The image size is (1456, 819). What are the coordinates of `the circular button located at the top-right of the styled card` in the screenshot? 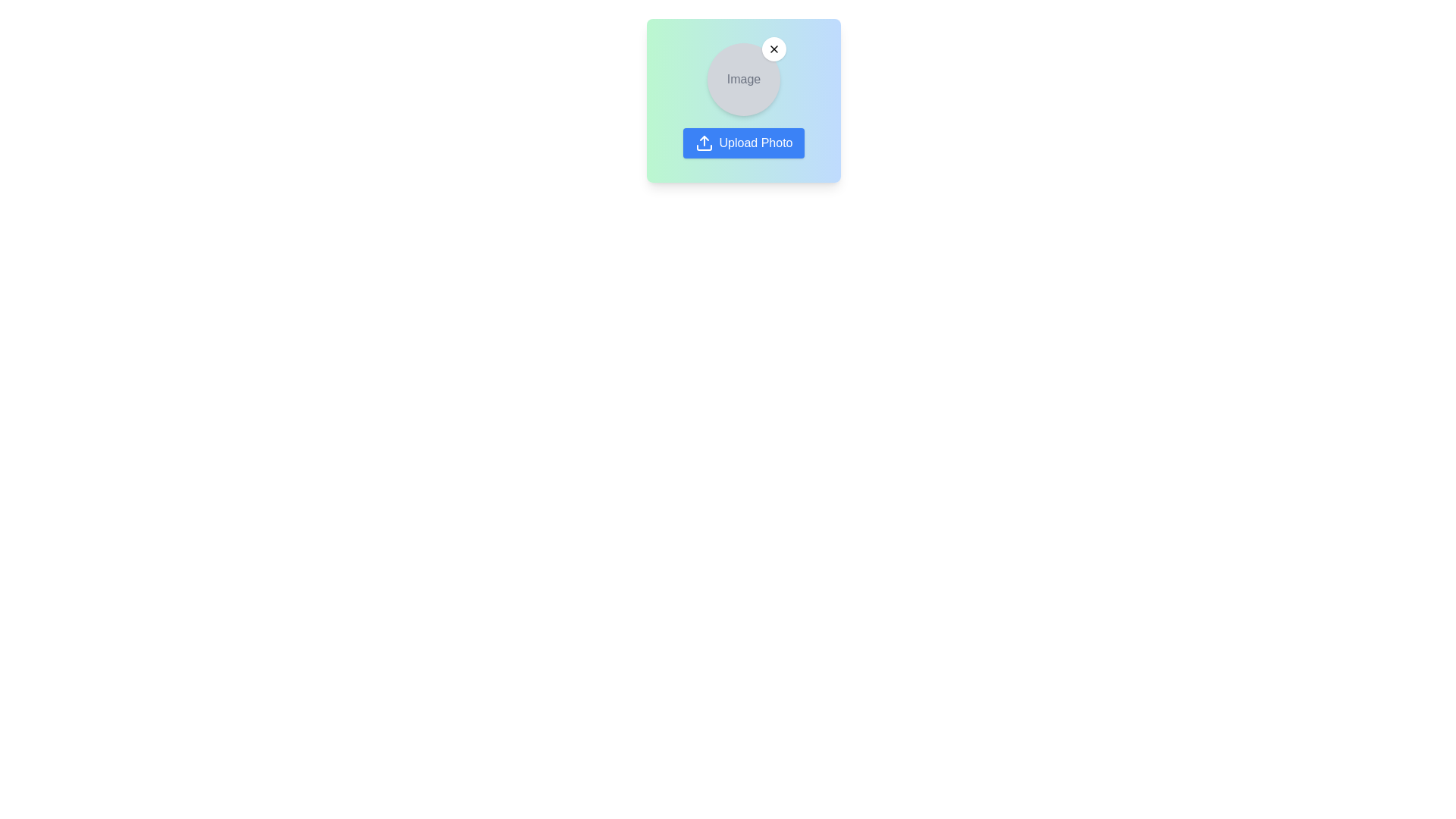 It's located at (774, 49).